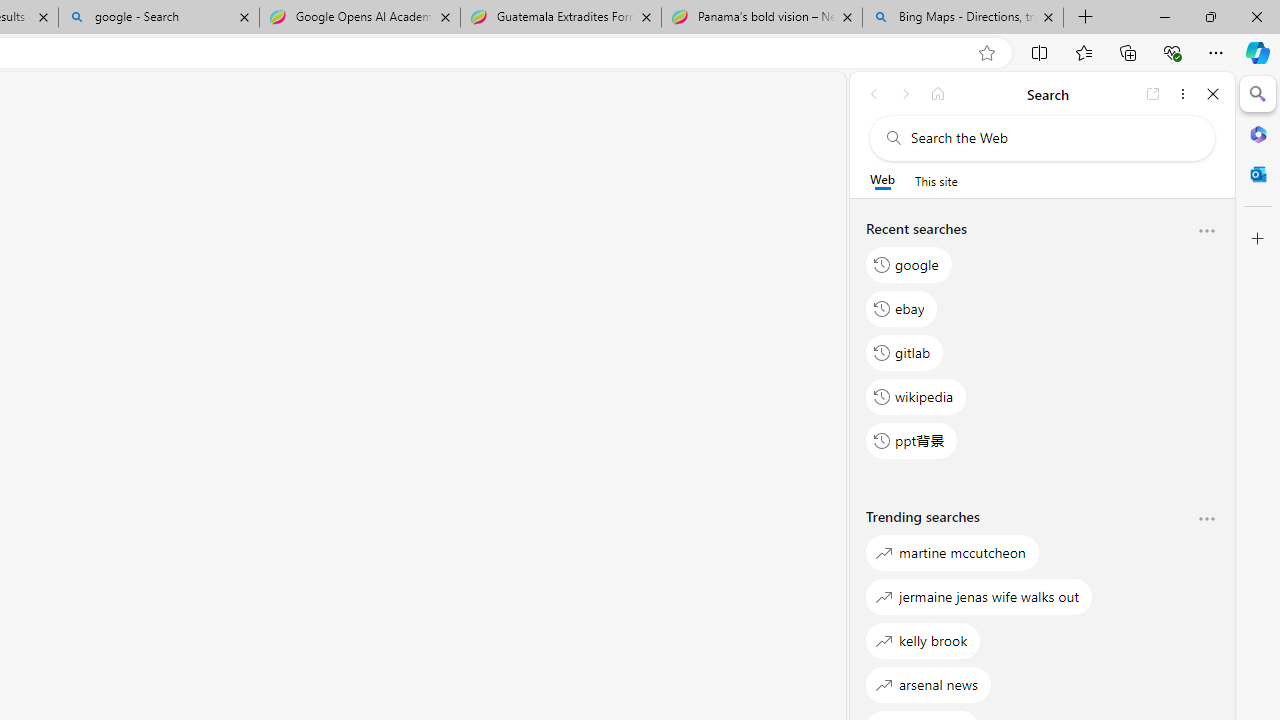 The height and width of the screenshot is (720, 1280). What do you see at coordinates (935, 180) in the screenshot?
I see `'This site scope'` at bounding box center [935, 180].